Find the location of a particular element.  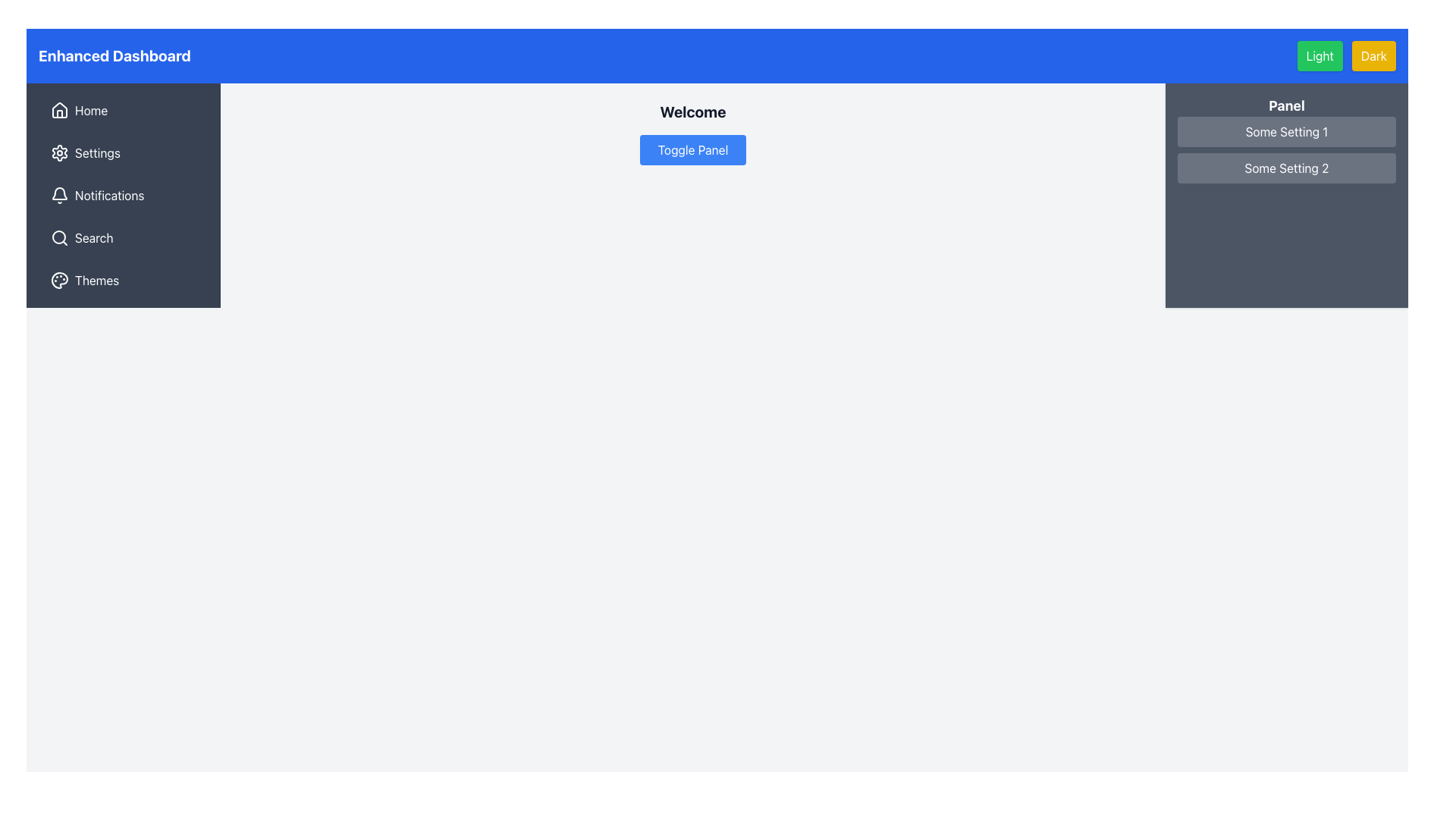

main title text element that serves as a welcoming message located above the subtitle labeled 'Toggle Panel' is located at coordinates (692, 111).